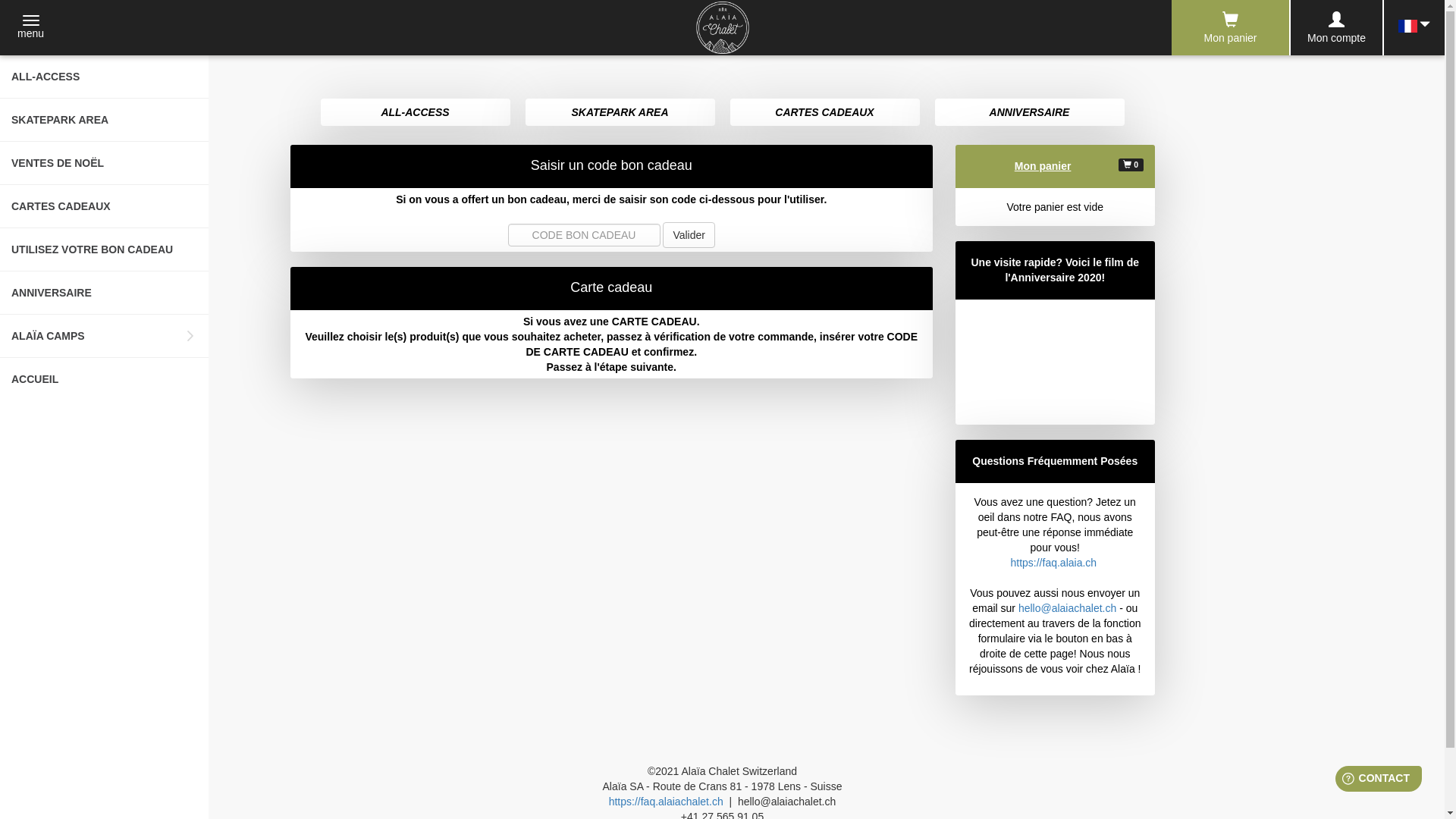 The image size is (1456, 819). I want to click on 'ANNIVERSAIRE', so click(1029, 111).